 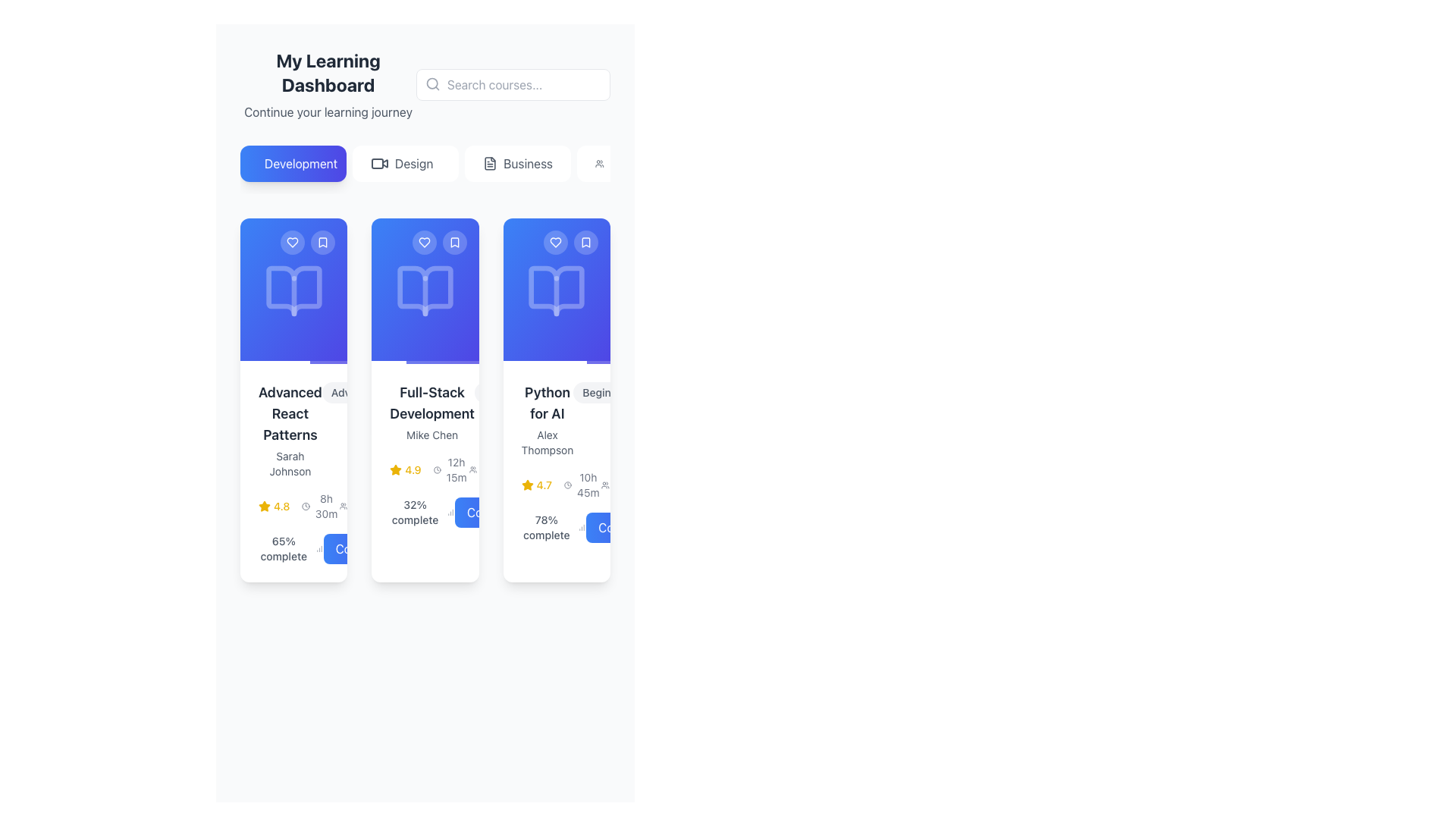 What do you see at coordinates (415, 512) in the screenshot?
I see `text label displaying '32% complete' located in the bottom section of the middle card above the blue 'Continue' button` at bounding box center [415, 512].